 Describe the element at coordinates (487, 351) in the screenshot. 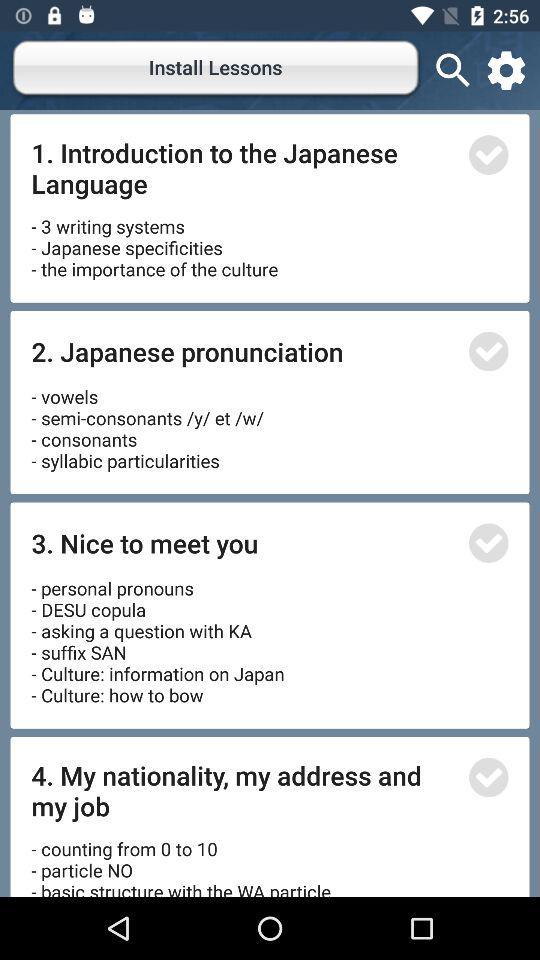

I see `this option` at that location.